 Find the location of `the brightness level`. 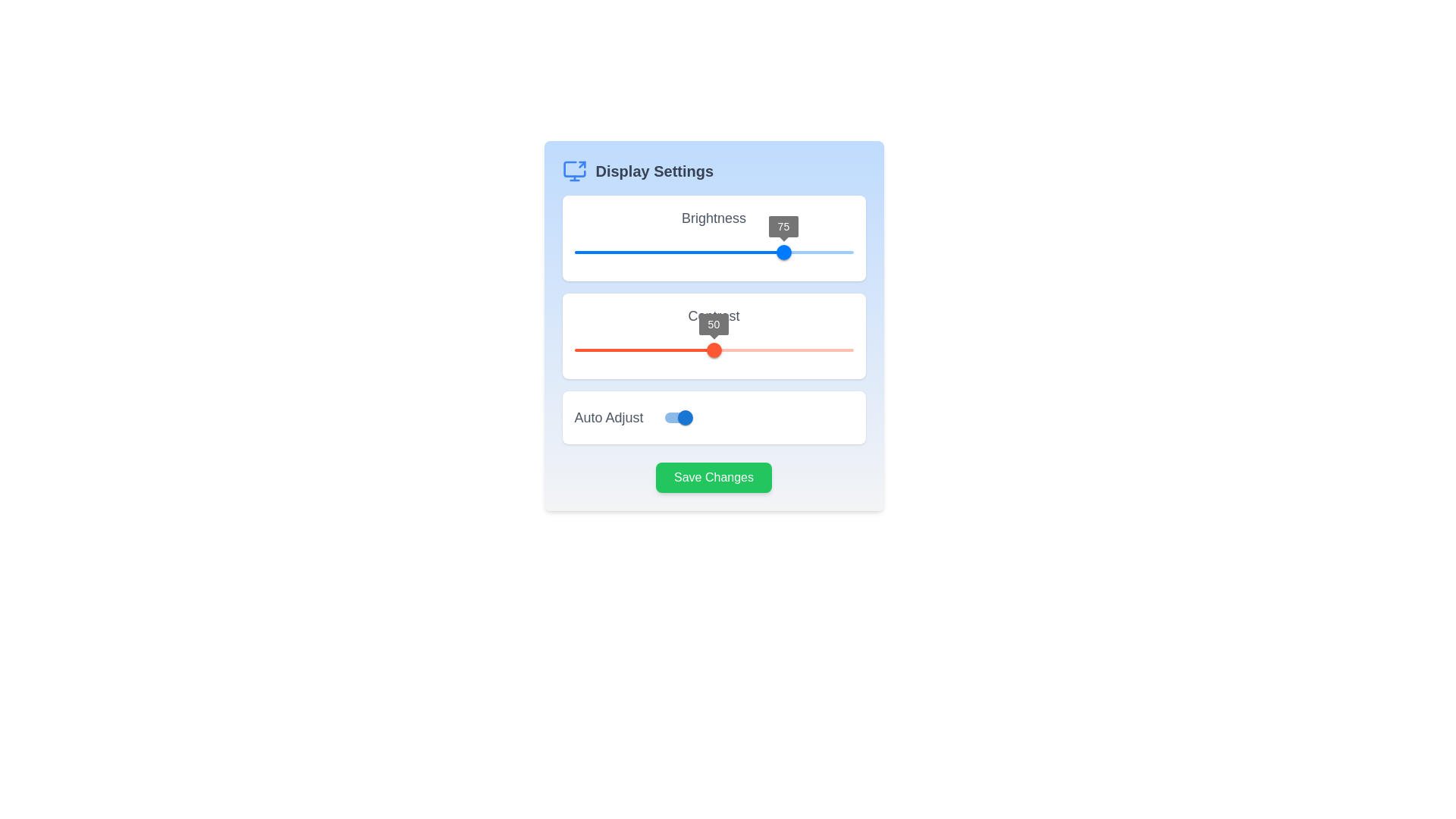

the brightness level is located at coordinates (676, 251).